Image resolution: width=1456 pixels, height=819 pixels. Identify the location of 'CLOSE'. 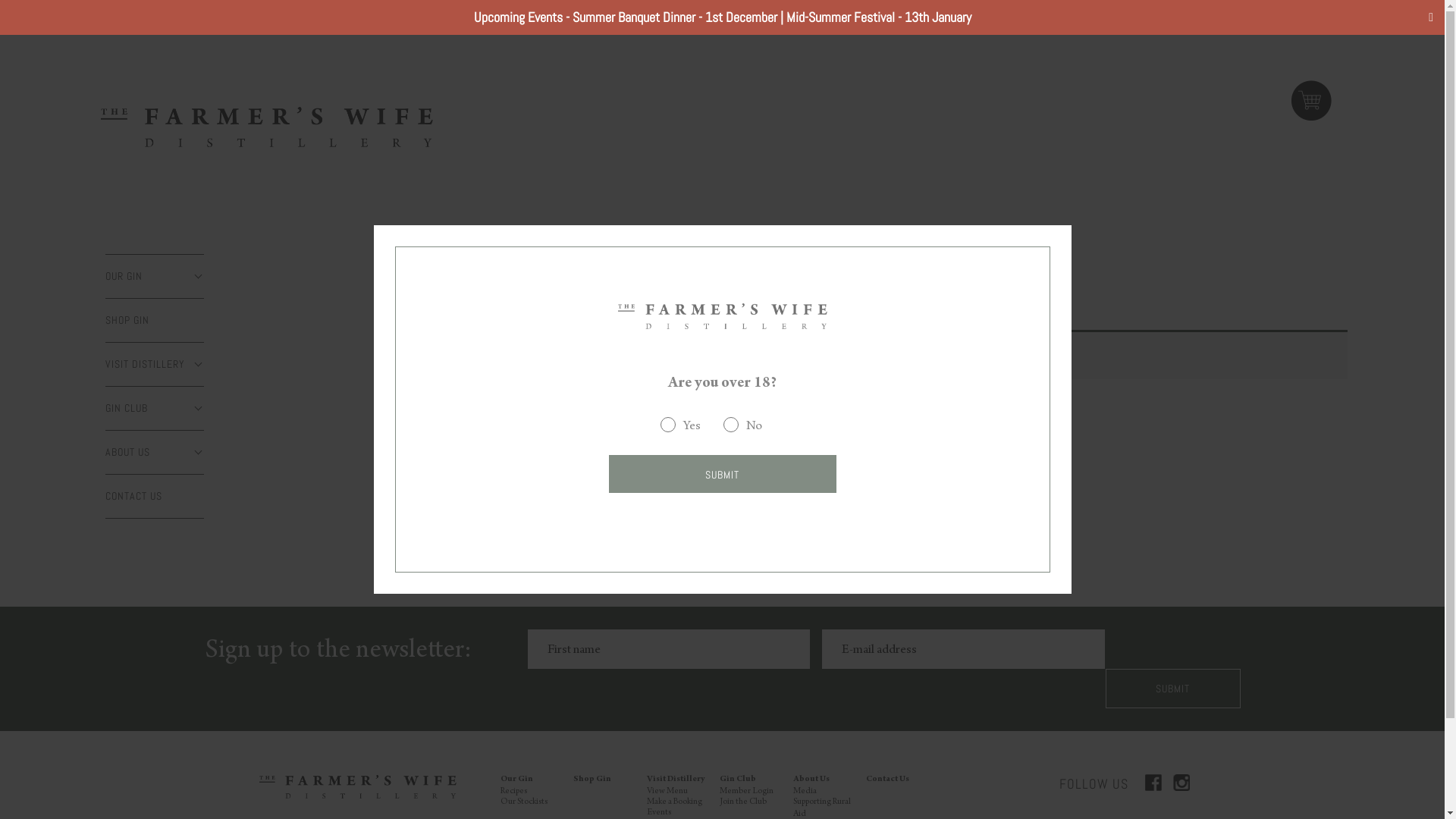
(192, 277).